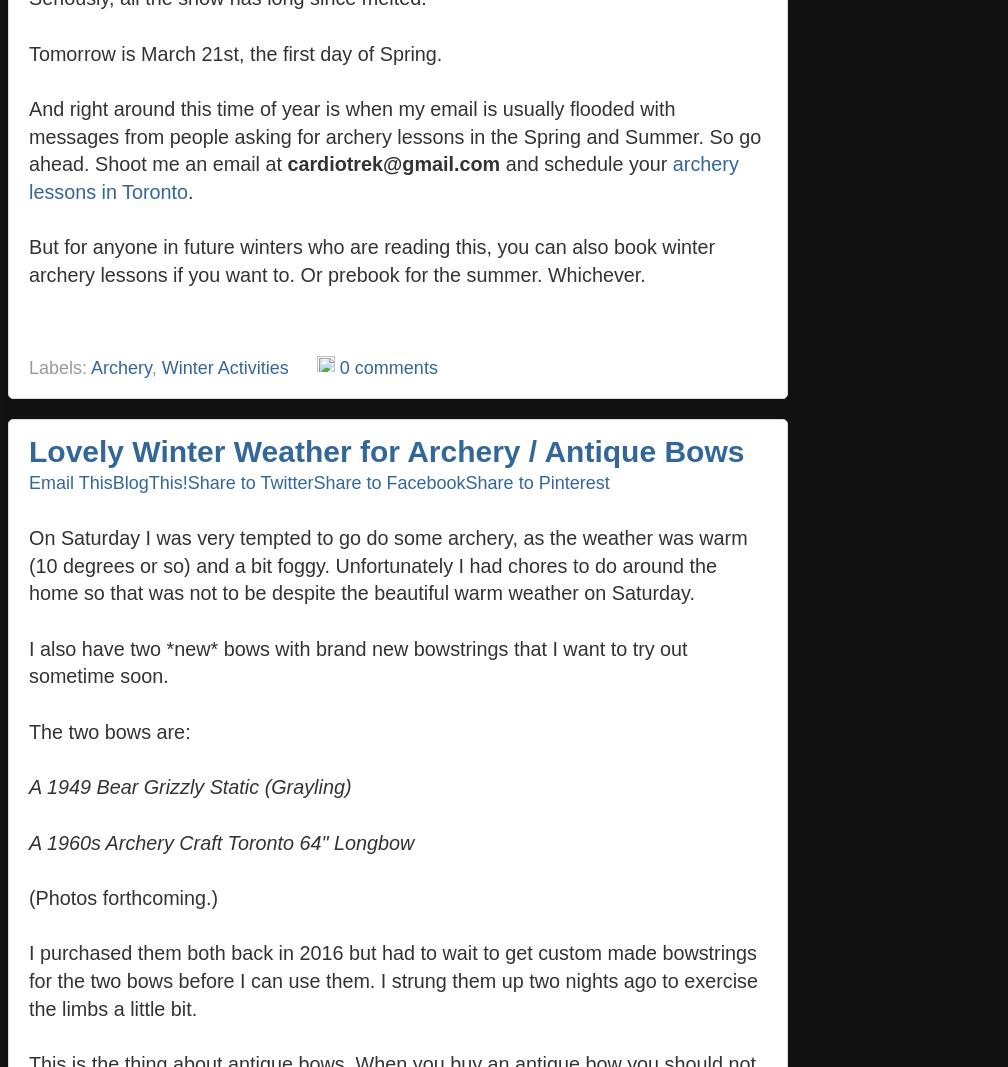  I want to click on 'cardiotrek@gmail.com', so click(393, 162).